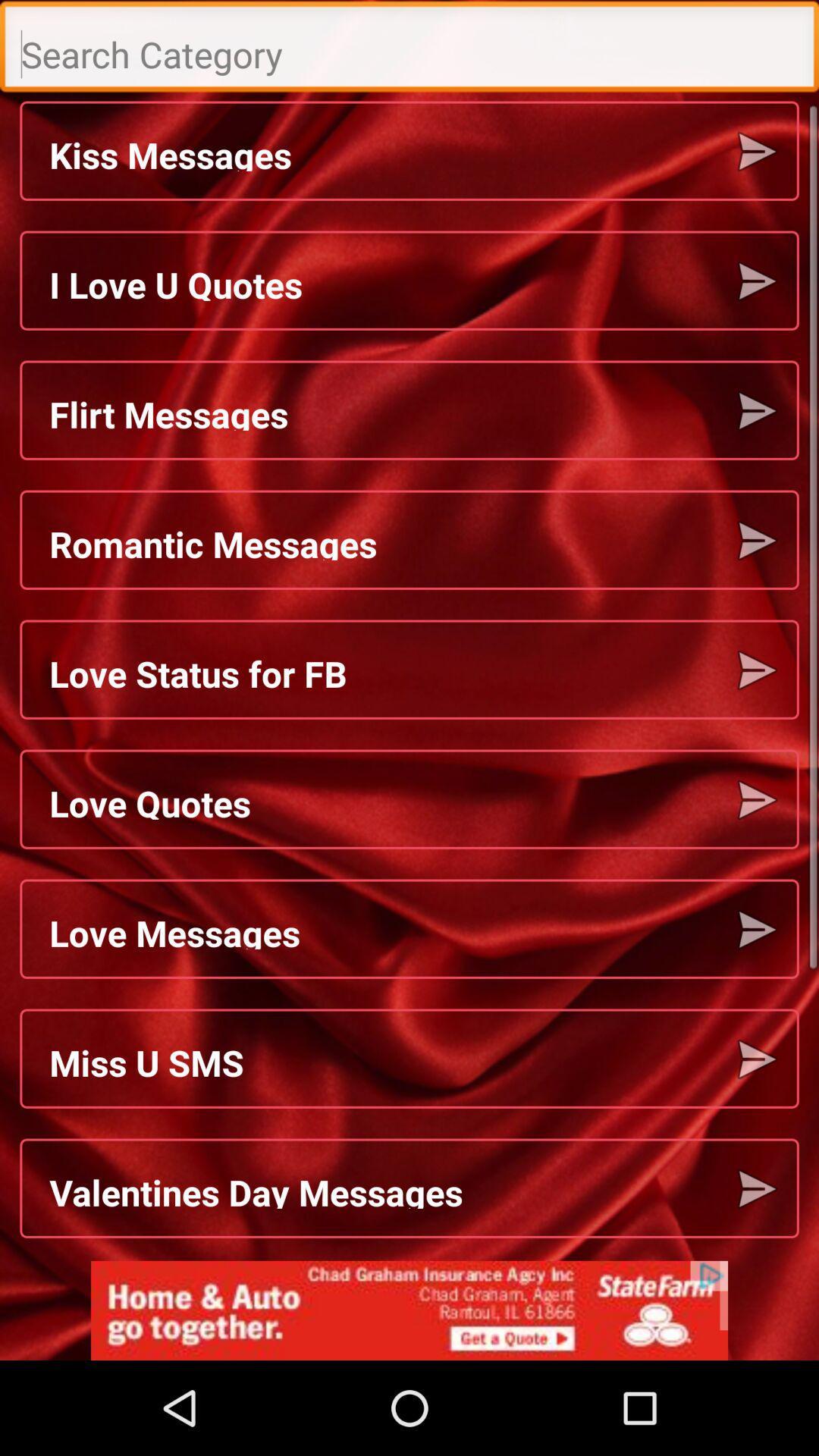  I want to click on search field, so click(409, 50).